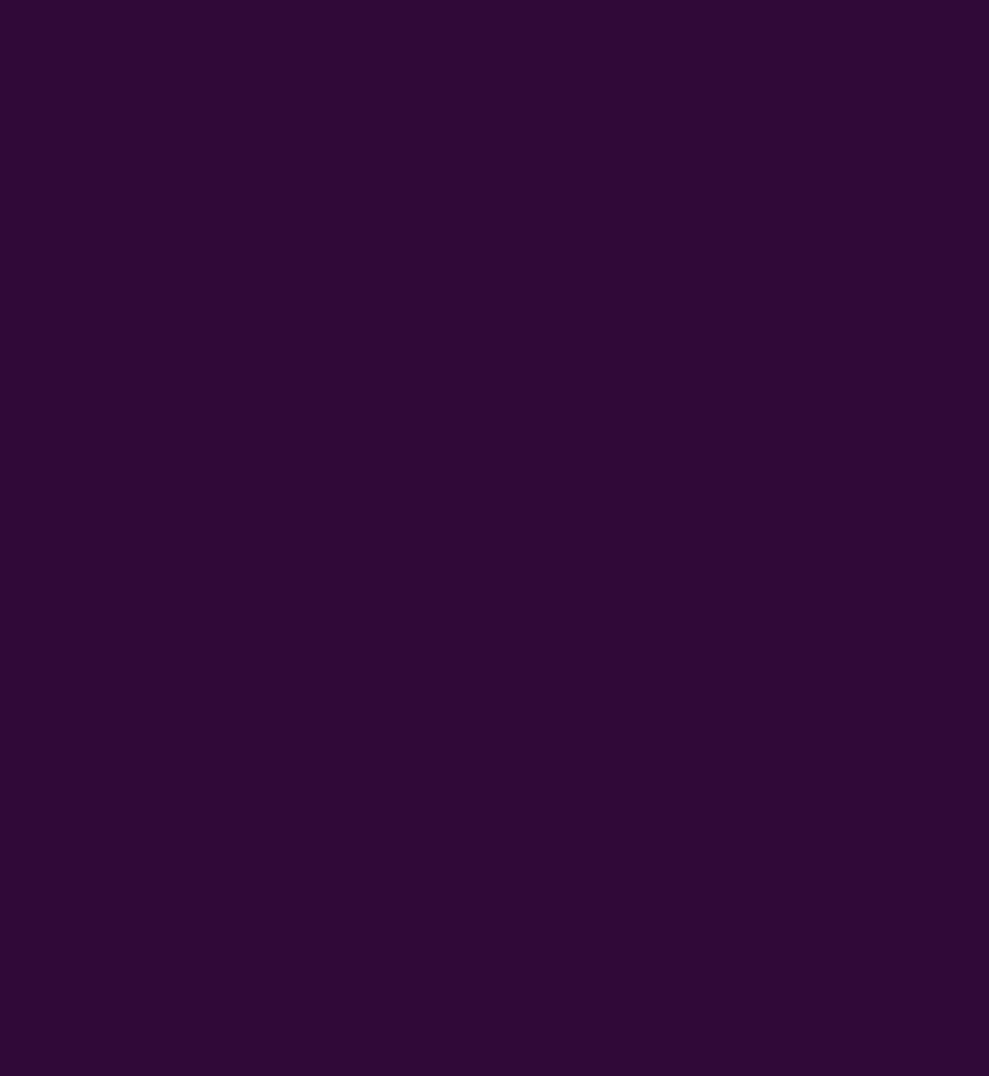 Image resolution: width=989 pixels, height=1076 pixels. I want to click on 'Casino Games', so click(174, 380).